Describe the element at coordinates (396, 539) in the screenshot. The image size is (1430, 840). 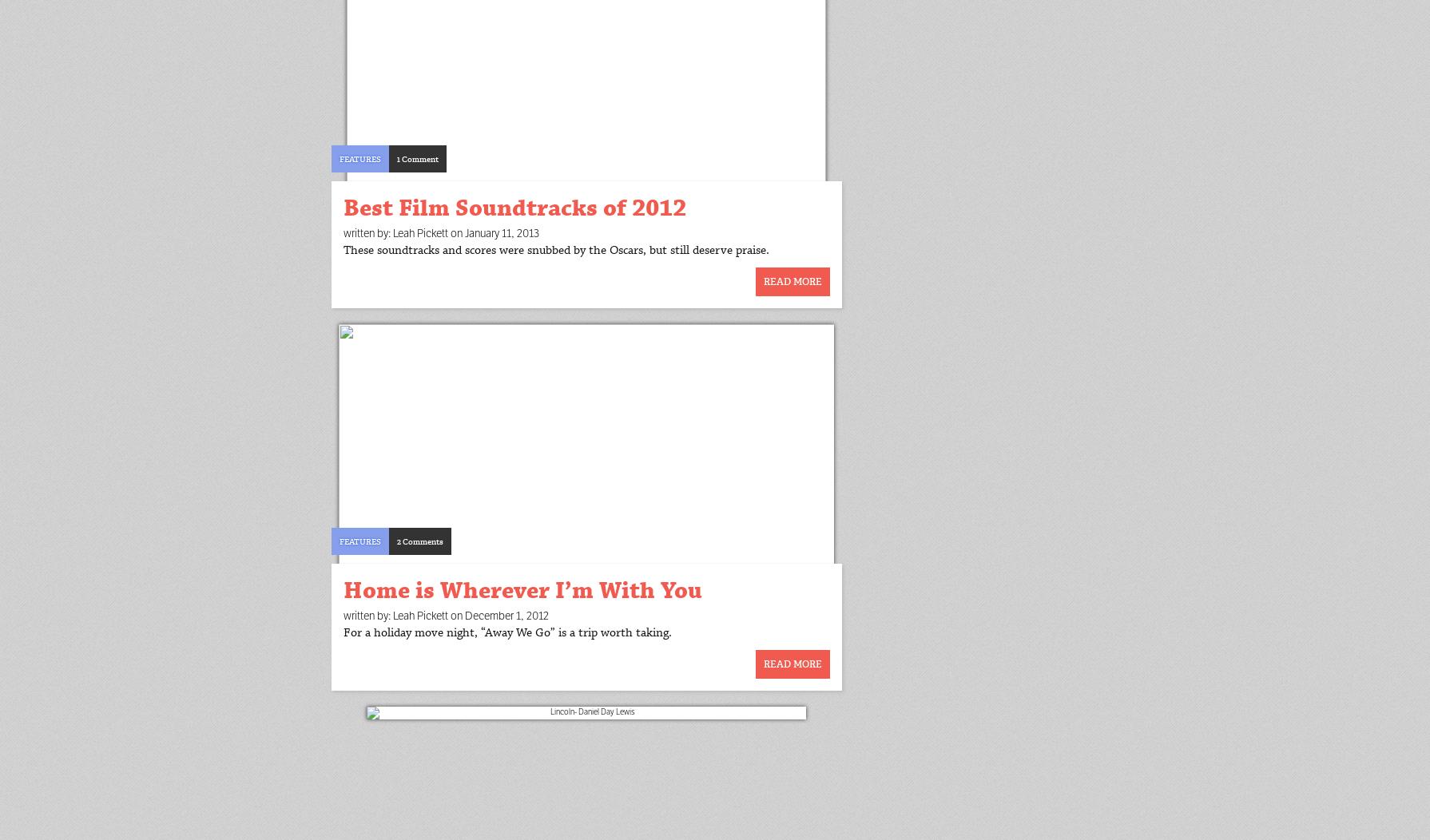
I see `'2 Comments'` at that location.